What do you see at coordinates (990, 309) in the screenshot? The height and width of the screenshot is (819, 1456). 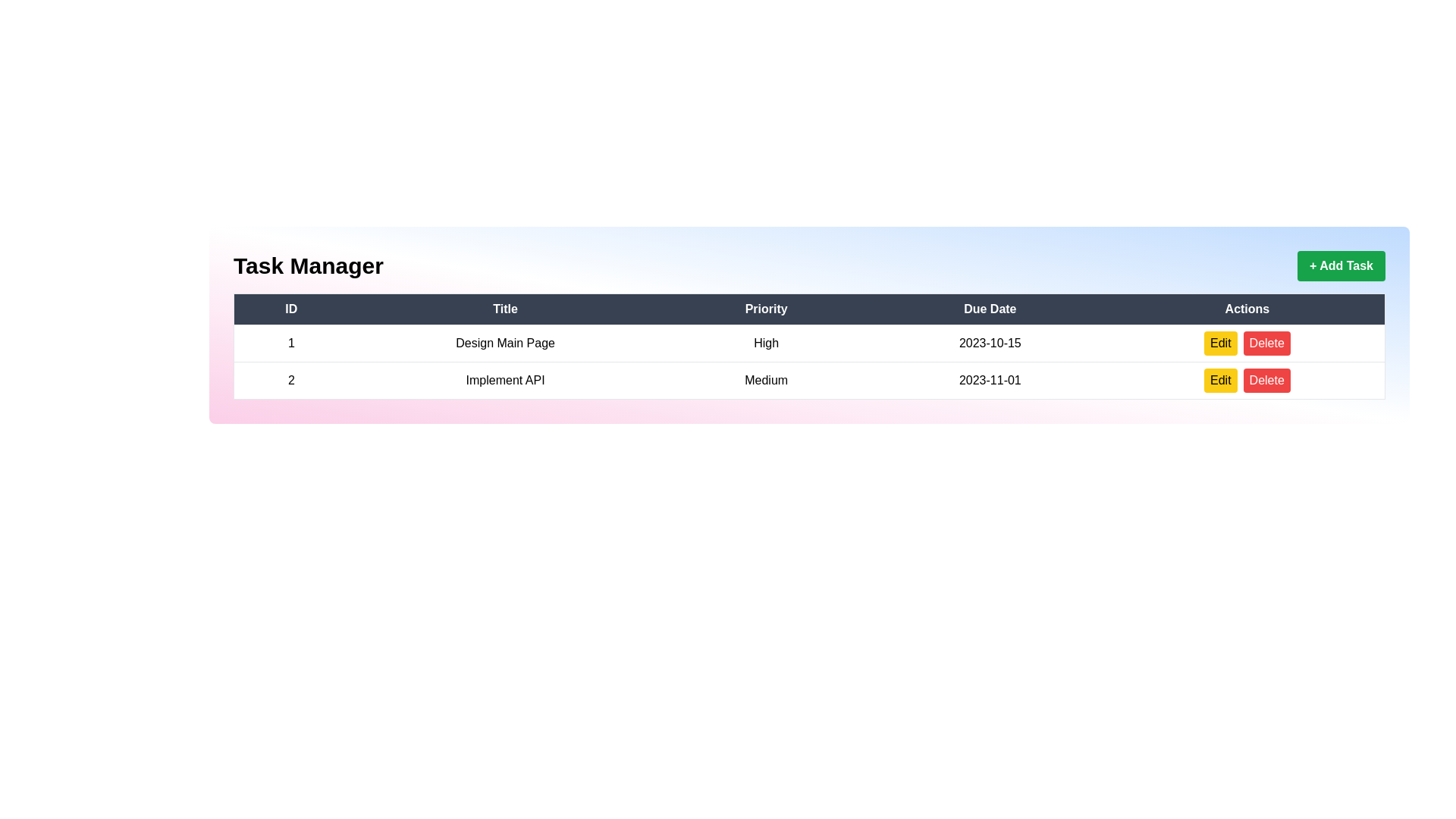 I see `the 'Due Date' label, which is styled with white text on a dark background and is the fourth item in a horizontal sequence within a table header layout` at bounding box center [990, 309].